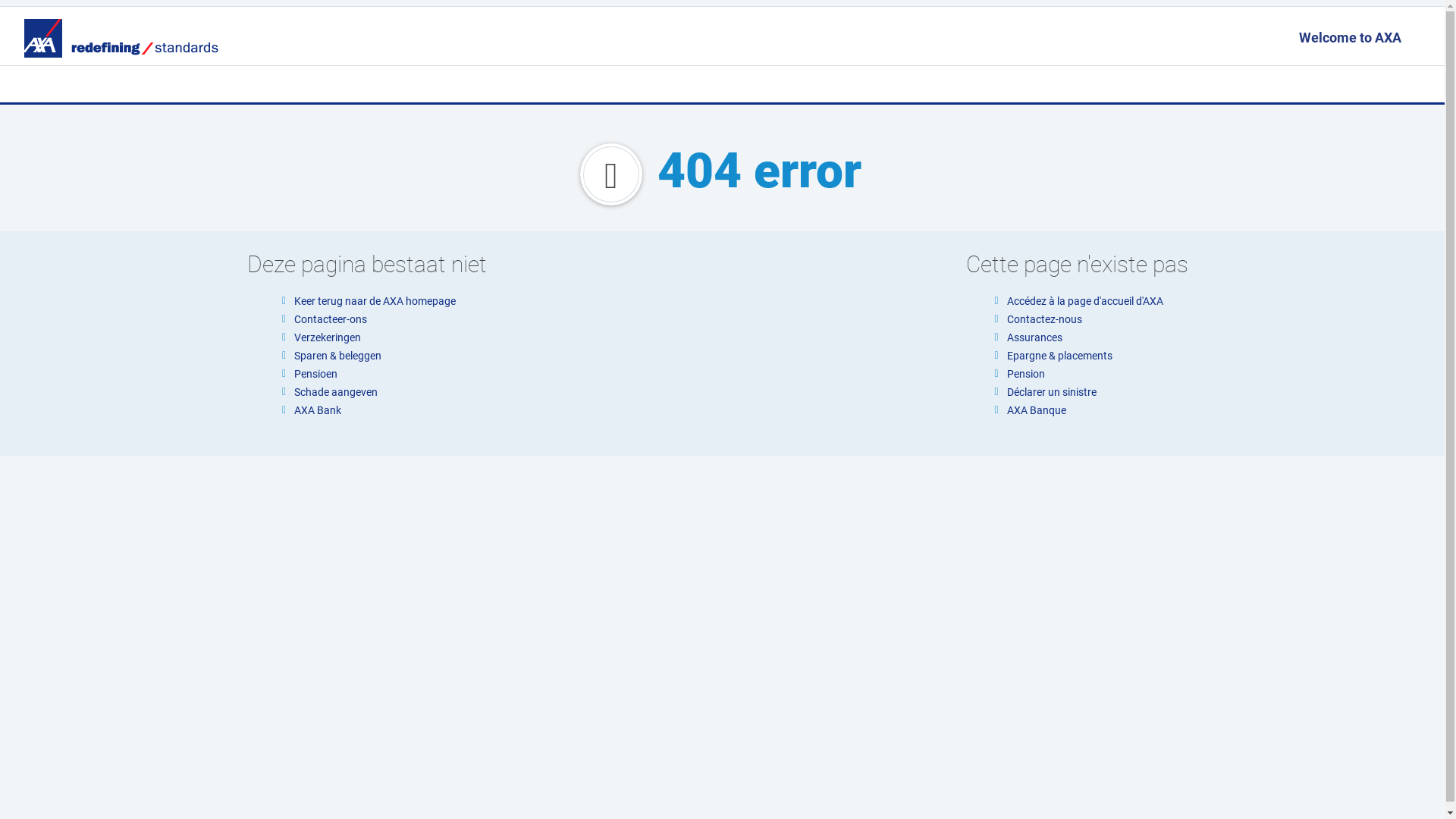  What do you see at coordinates (1043, 318) in the screenshot?
I see `'Contactez-nous'` at bounding box center [1043, 318].